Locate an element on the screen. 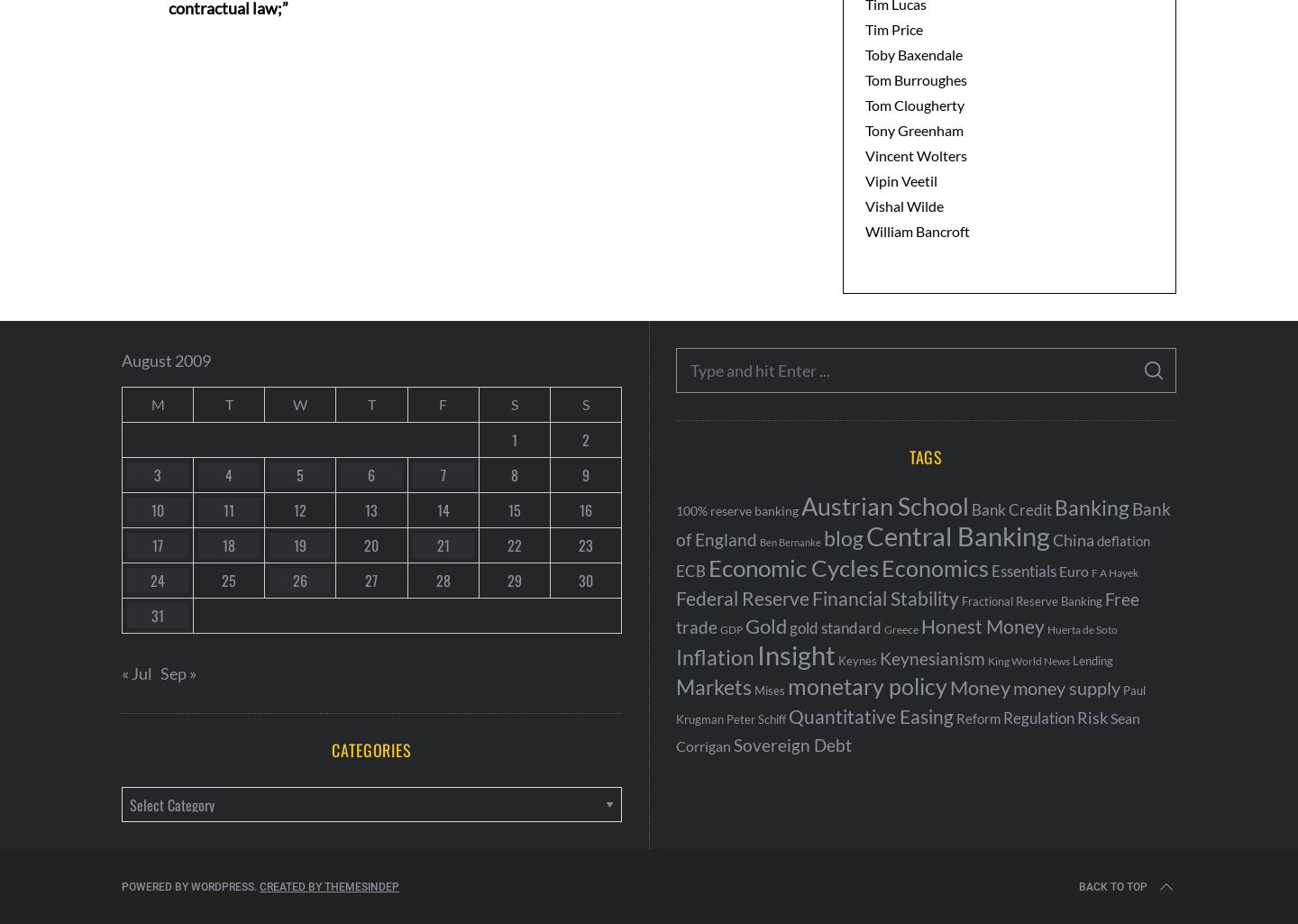 The height and width of the screenshot is (924, 1298). 'Central Banking' is located at coordinates (958, 536).